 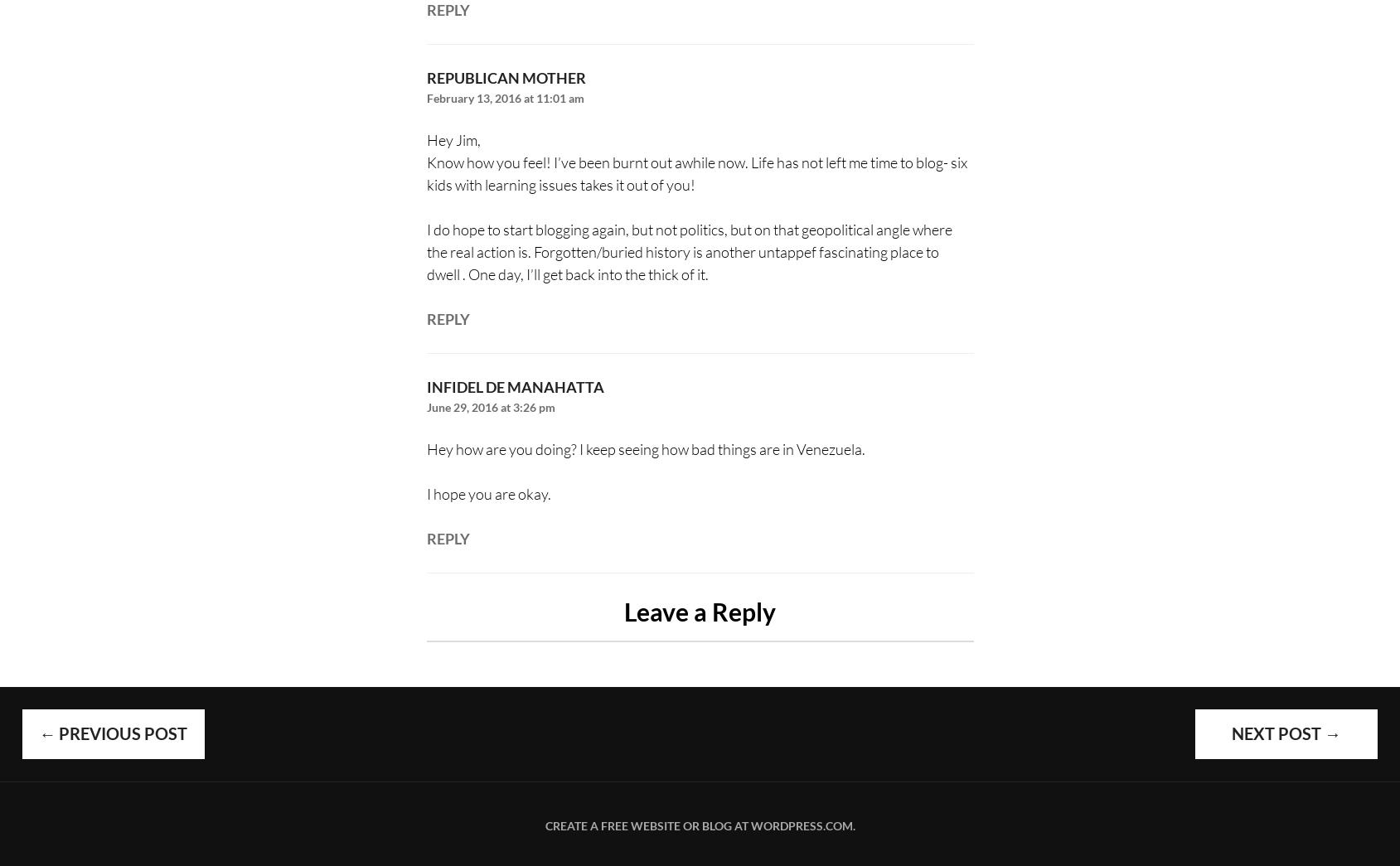 I want to click on 'Hey how are you doing? I keep seeing how bad things are in Venezuela.', so click(x=644, y=449).